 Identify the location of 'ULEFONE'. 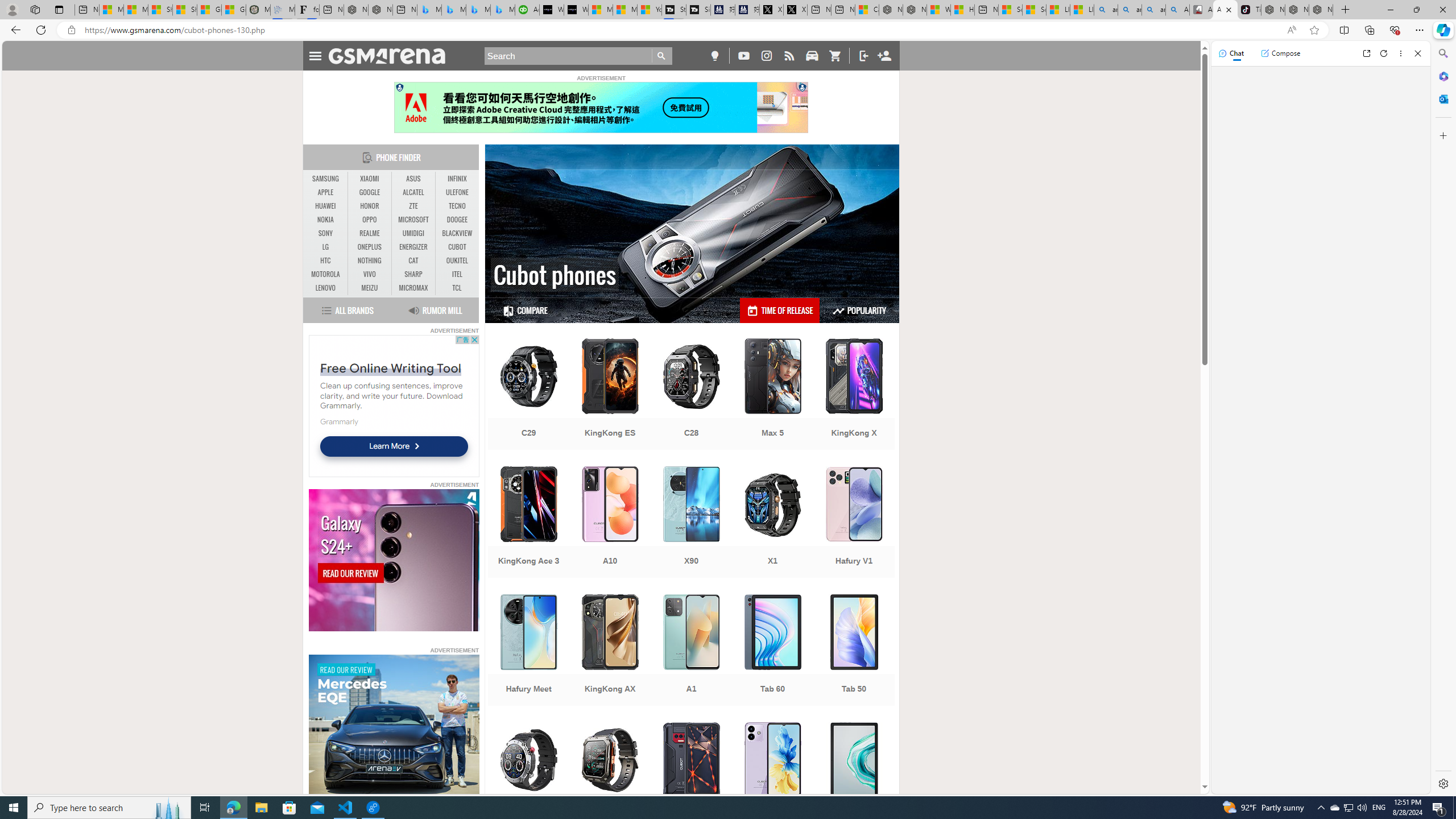
(457, 192).